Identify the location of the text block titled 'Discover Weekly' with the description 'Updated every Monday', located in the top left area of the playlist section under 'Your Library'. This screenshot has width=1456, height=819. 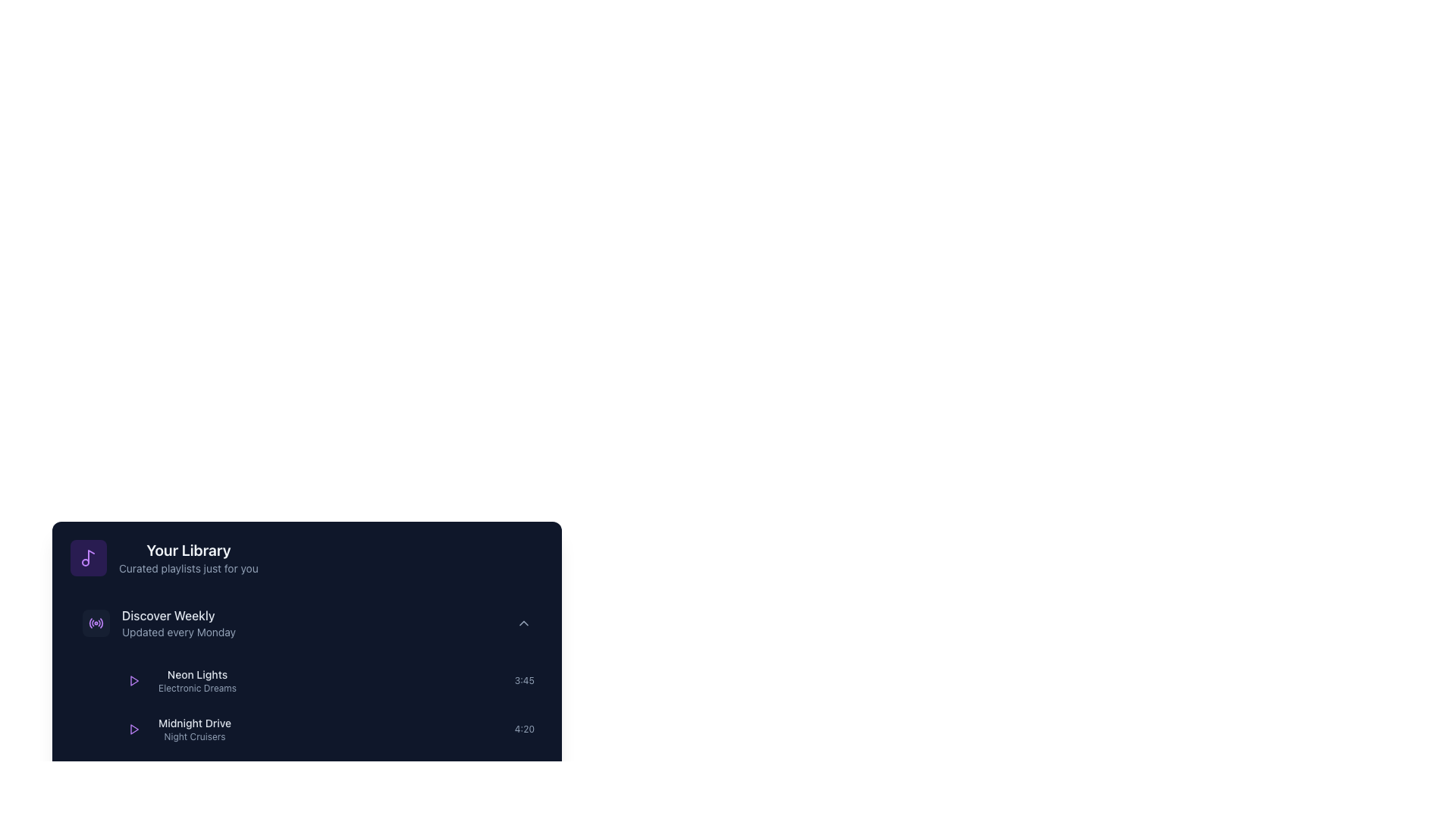
(179, 623).